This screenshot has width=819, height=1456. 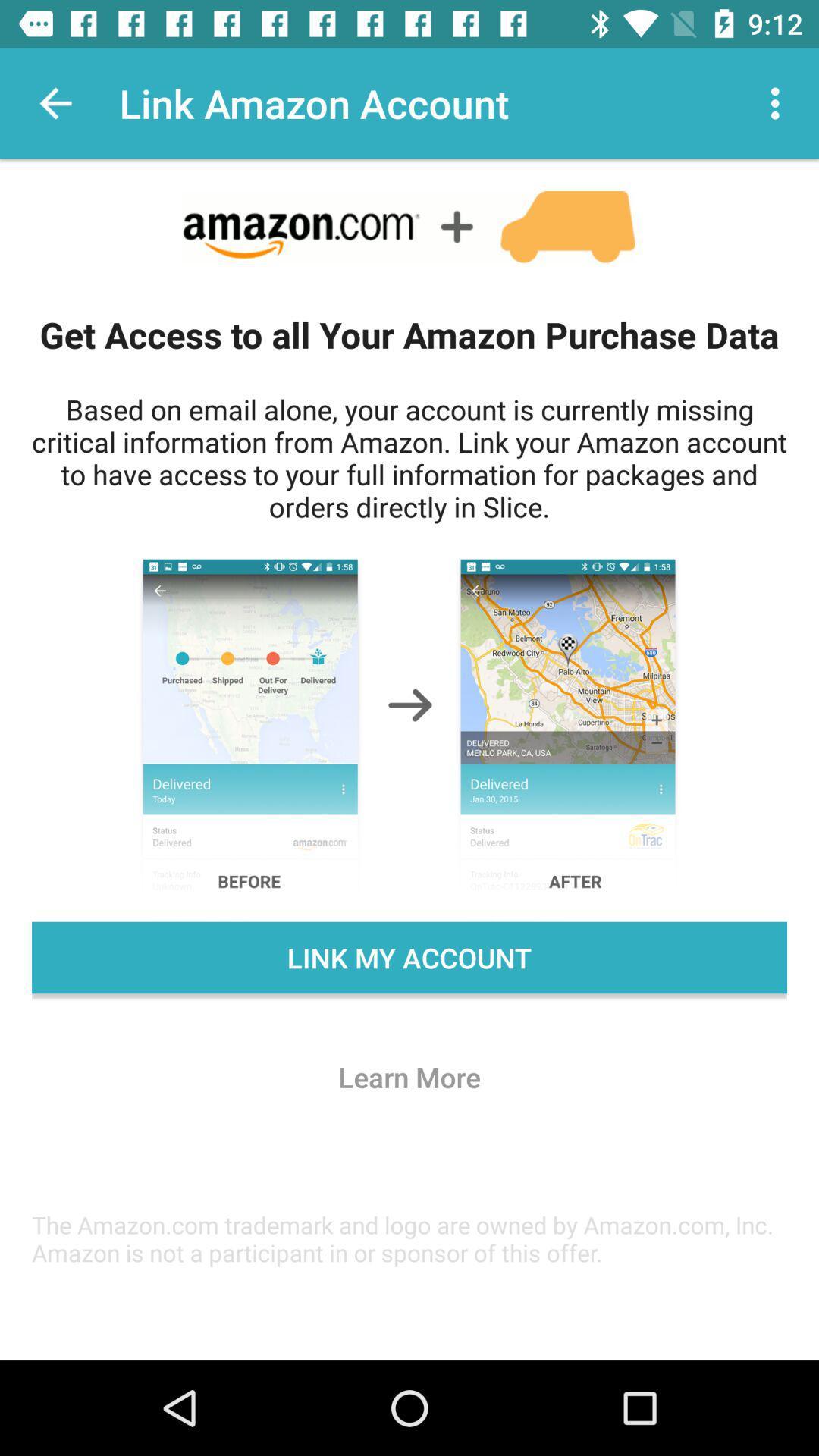 What do you see at coordinates (409, 1076) in the screenshot?
I see `learn more icon` at bounding box center [409, 1076].